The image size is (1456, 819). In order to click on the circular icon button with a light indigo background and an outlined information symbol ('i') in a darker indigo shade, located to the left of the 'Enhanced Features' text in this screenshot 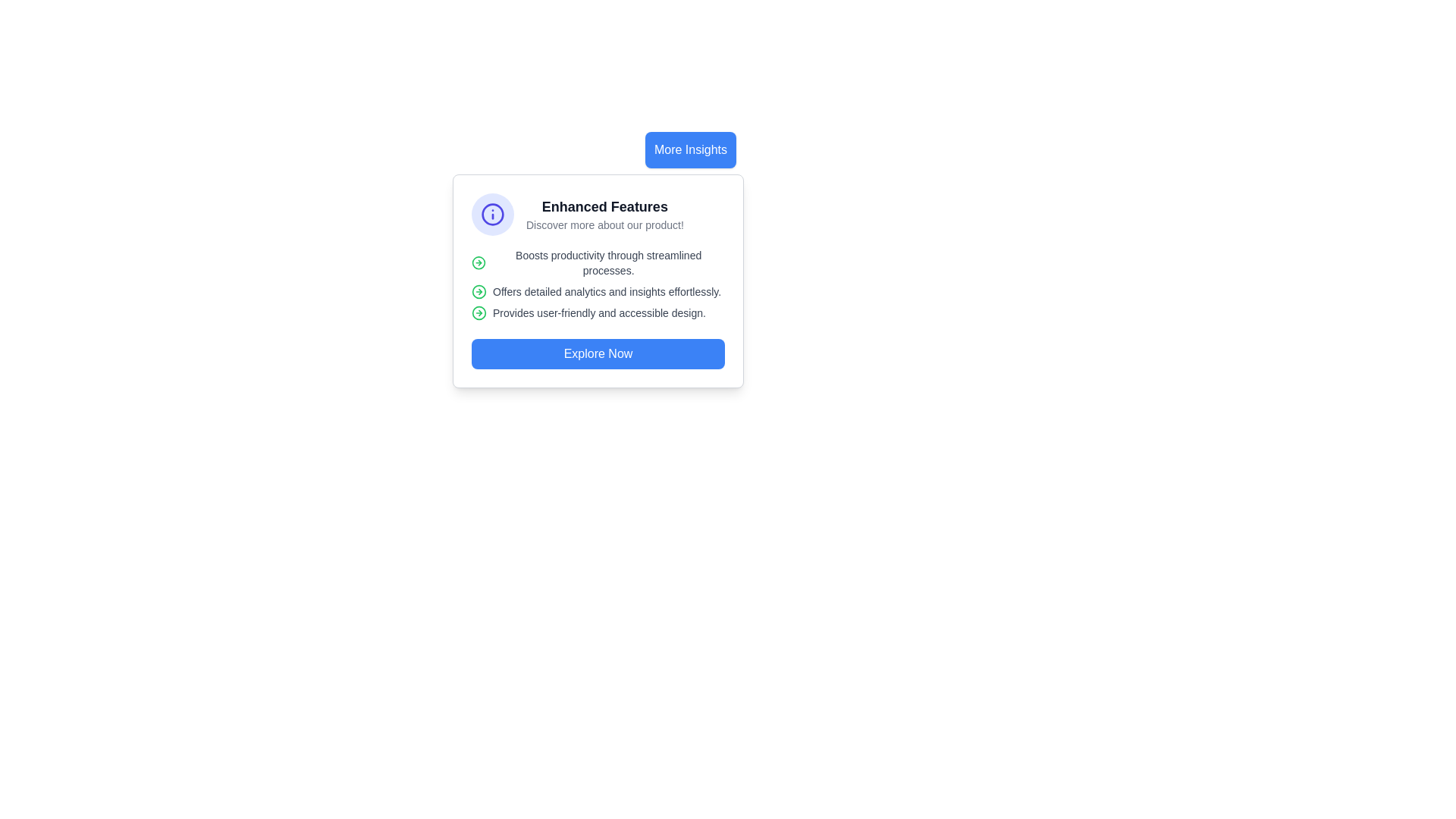, I will do `click(492, 214)`.